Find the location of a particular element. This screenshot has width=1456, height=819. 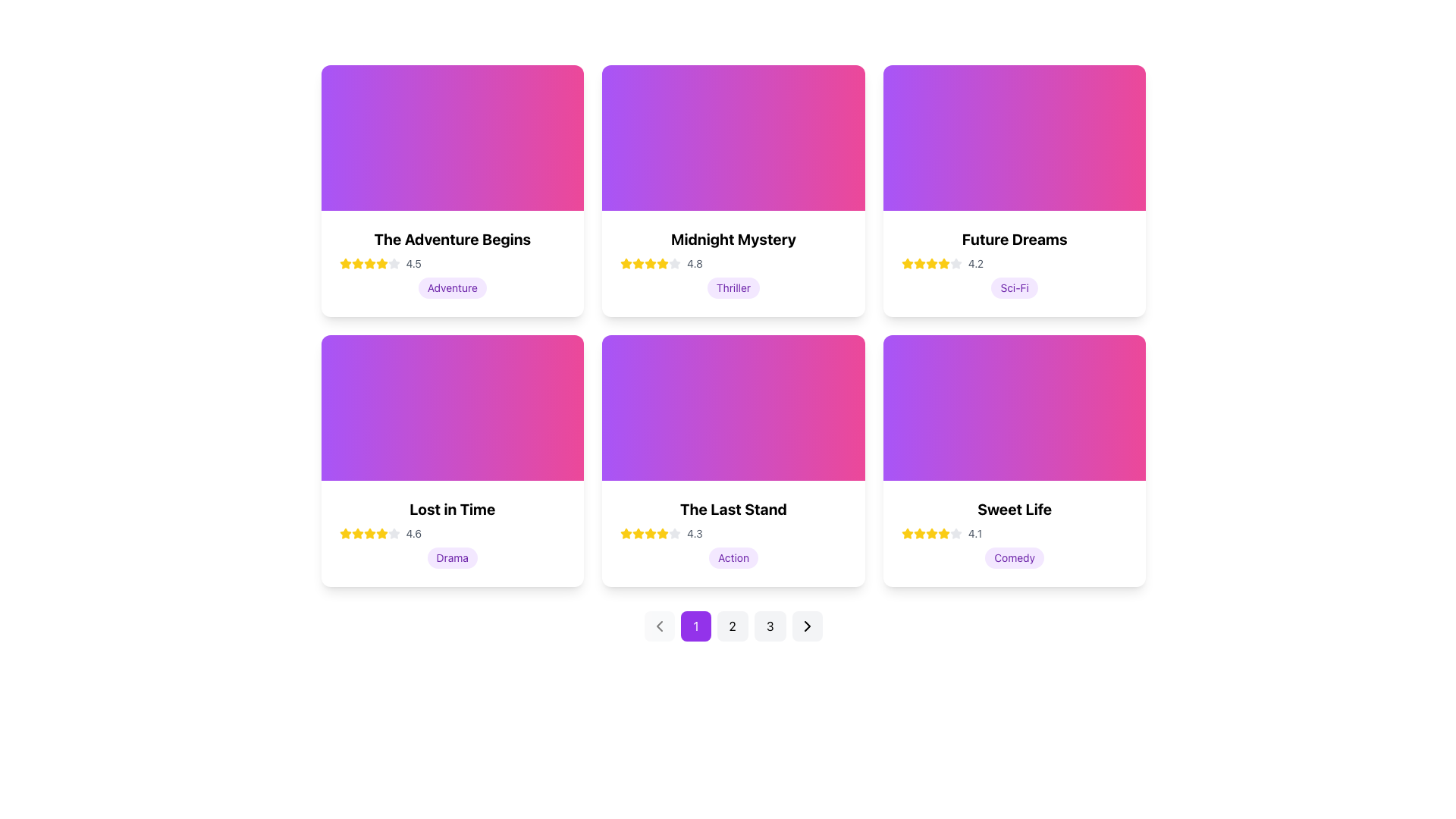

the pagination button displaying the number '2' is located at coordinates (733, 626).